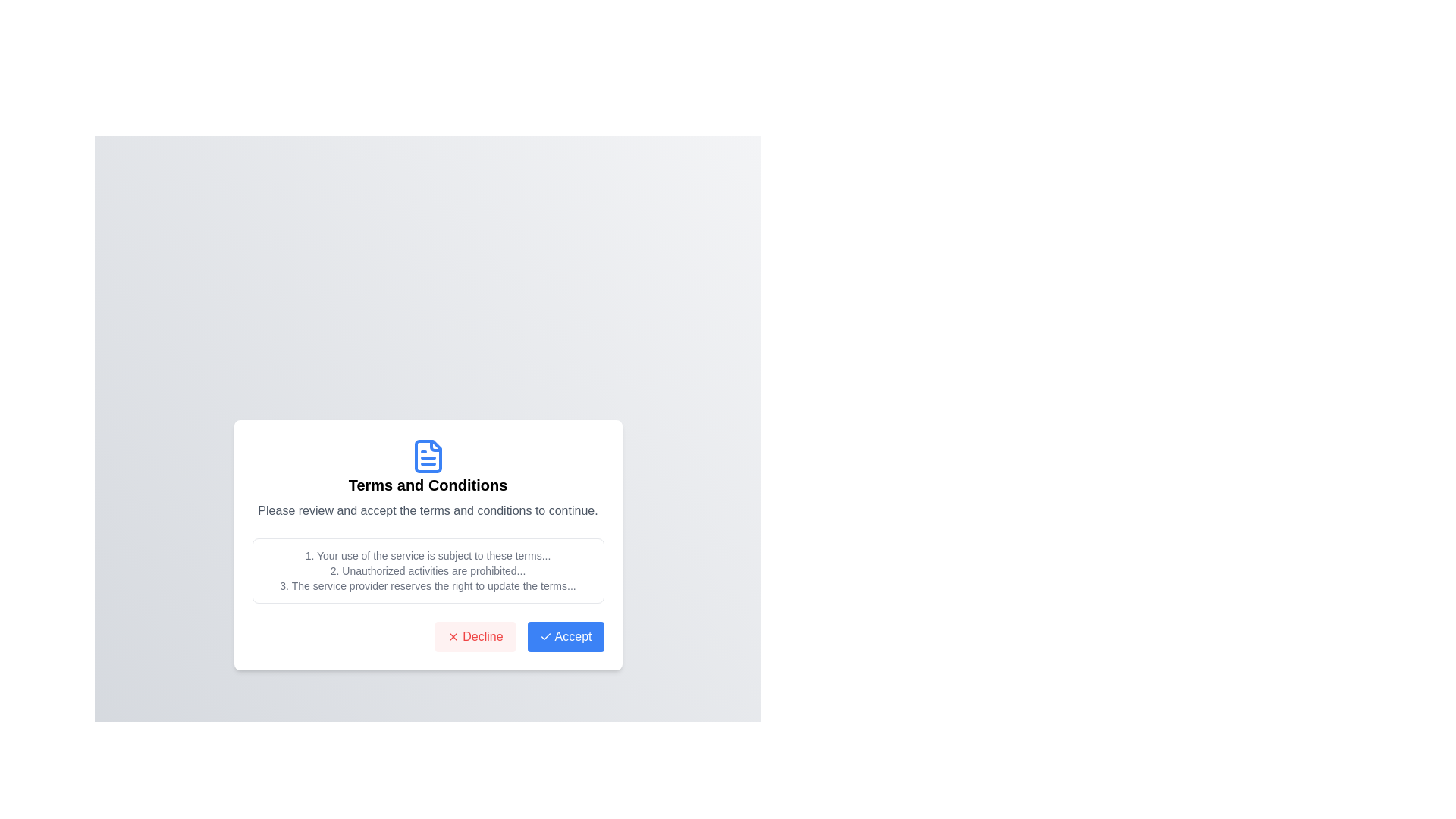 The height and width of the screenshot is (819, 1456). Describe the element at coordinates (565, 637) in the screenshot. I see `the blue 'Accept' button with a white checkmark icon and white text, located at the bottom-right corner of the 'Terms and Conditions' card` at that location.